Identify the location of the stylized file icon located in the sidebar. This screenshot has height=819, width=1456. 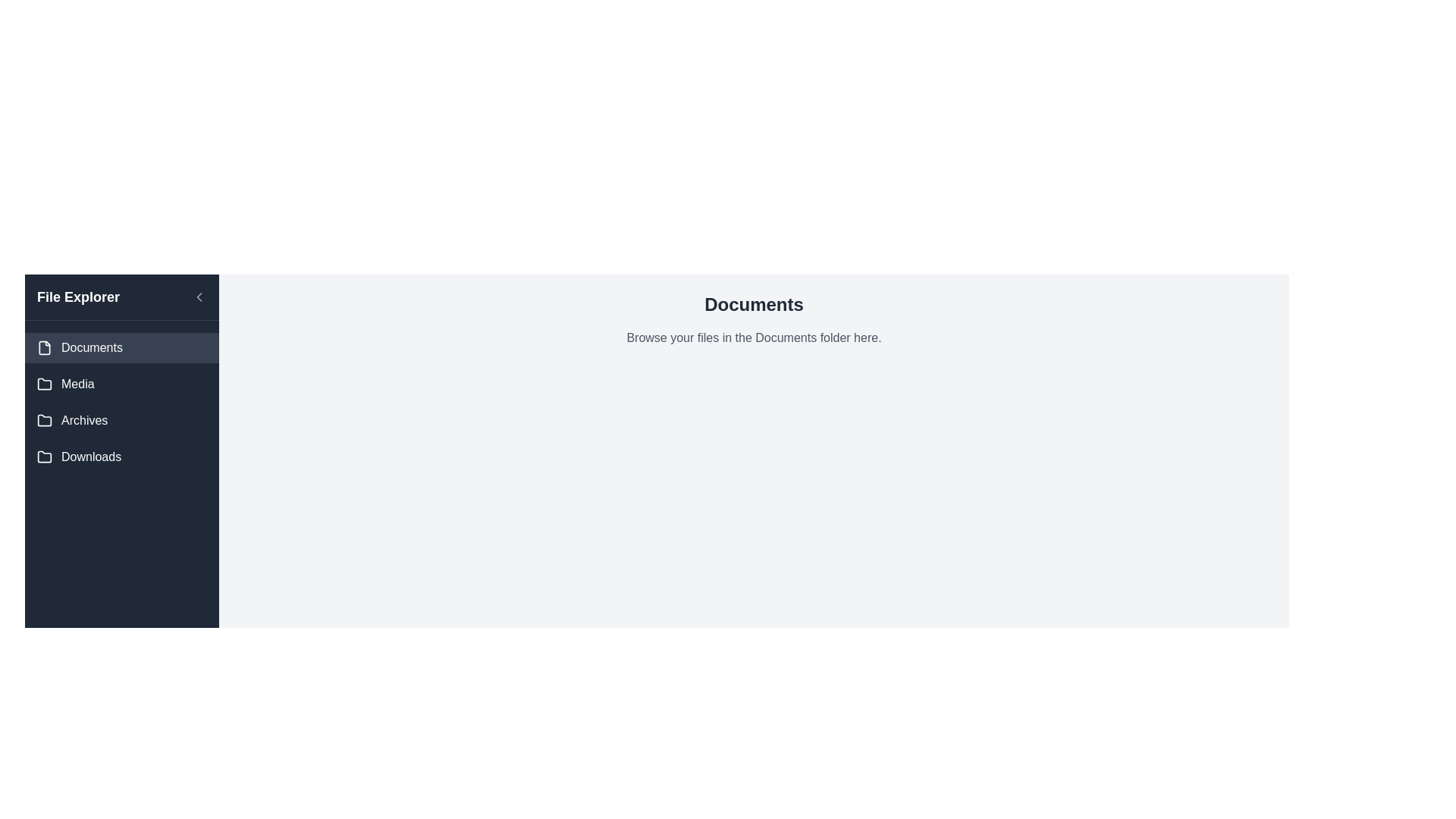
(43, 348).